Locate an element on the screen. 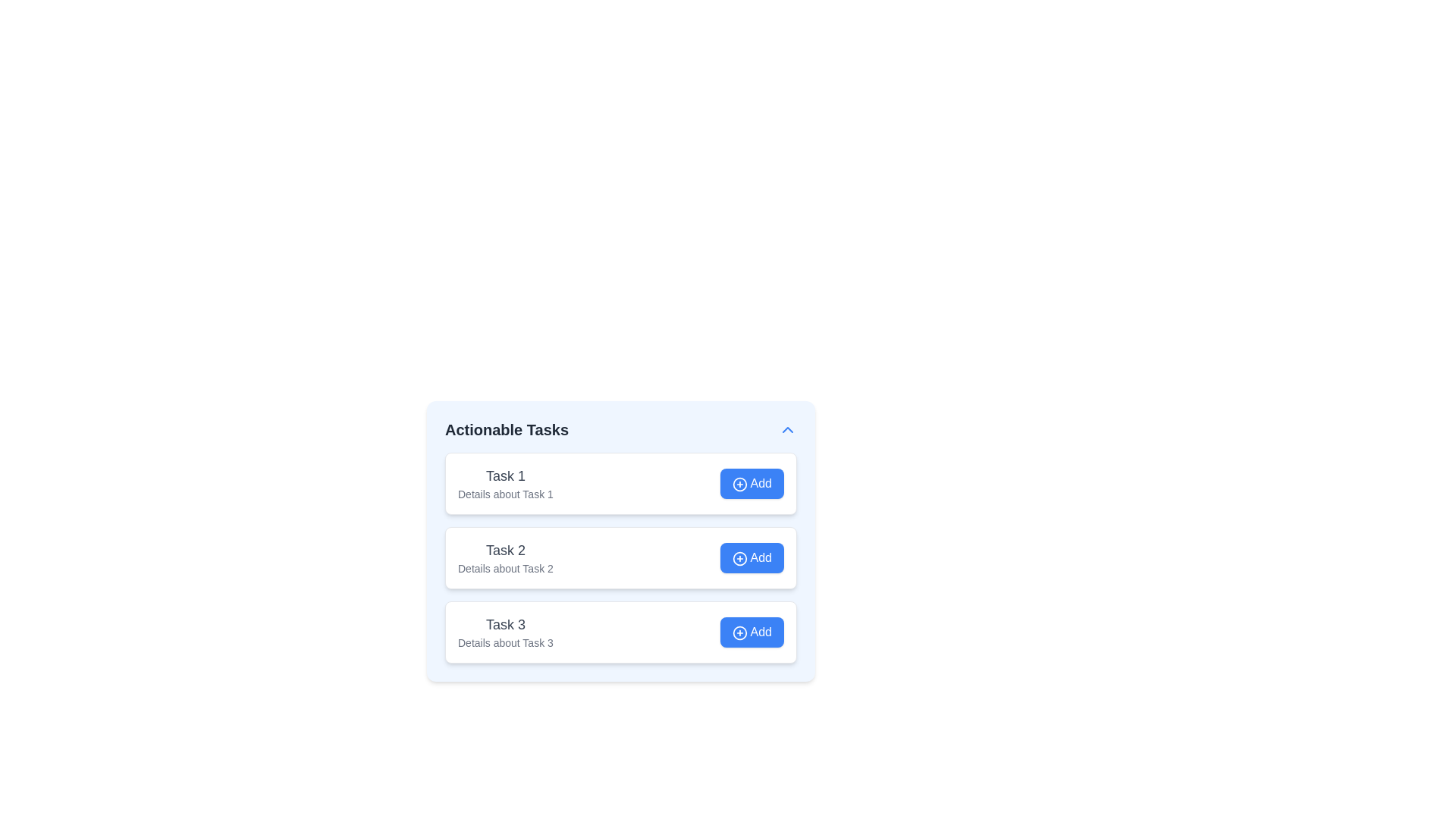 The height and width of the screenshot is (819, 1456). the circular icon with a blue outline and white fill, located inside the 'Add' button is located at coordinates (739, 484).